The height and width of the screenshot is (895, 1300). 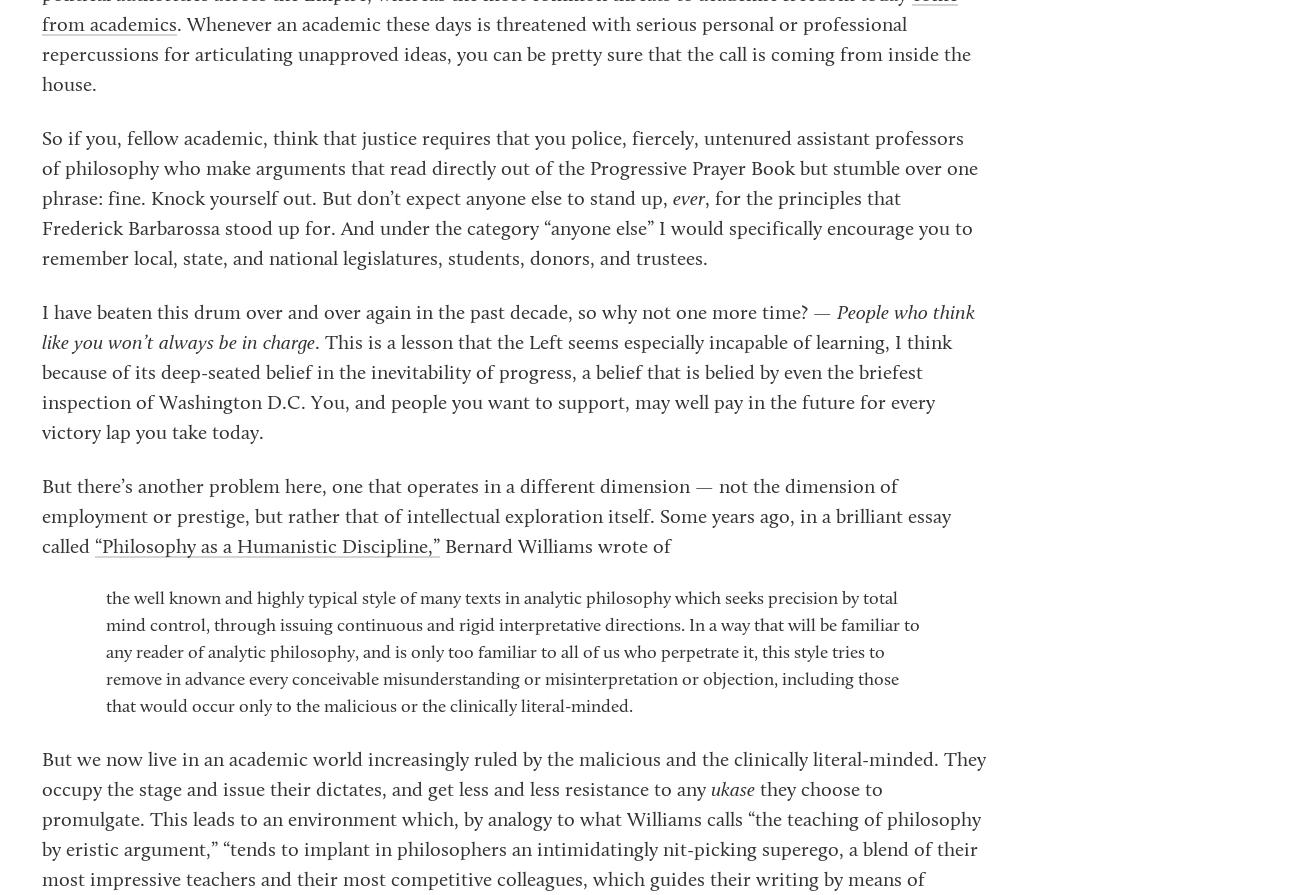 I want to click on 'But we now live in an academic world increasingly ruled by the malicious and the clinically literal-minded. They occupy the stage and issue their dictates, and get less and less resistance to any', so click(x=514, y=774).